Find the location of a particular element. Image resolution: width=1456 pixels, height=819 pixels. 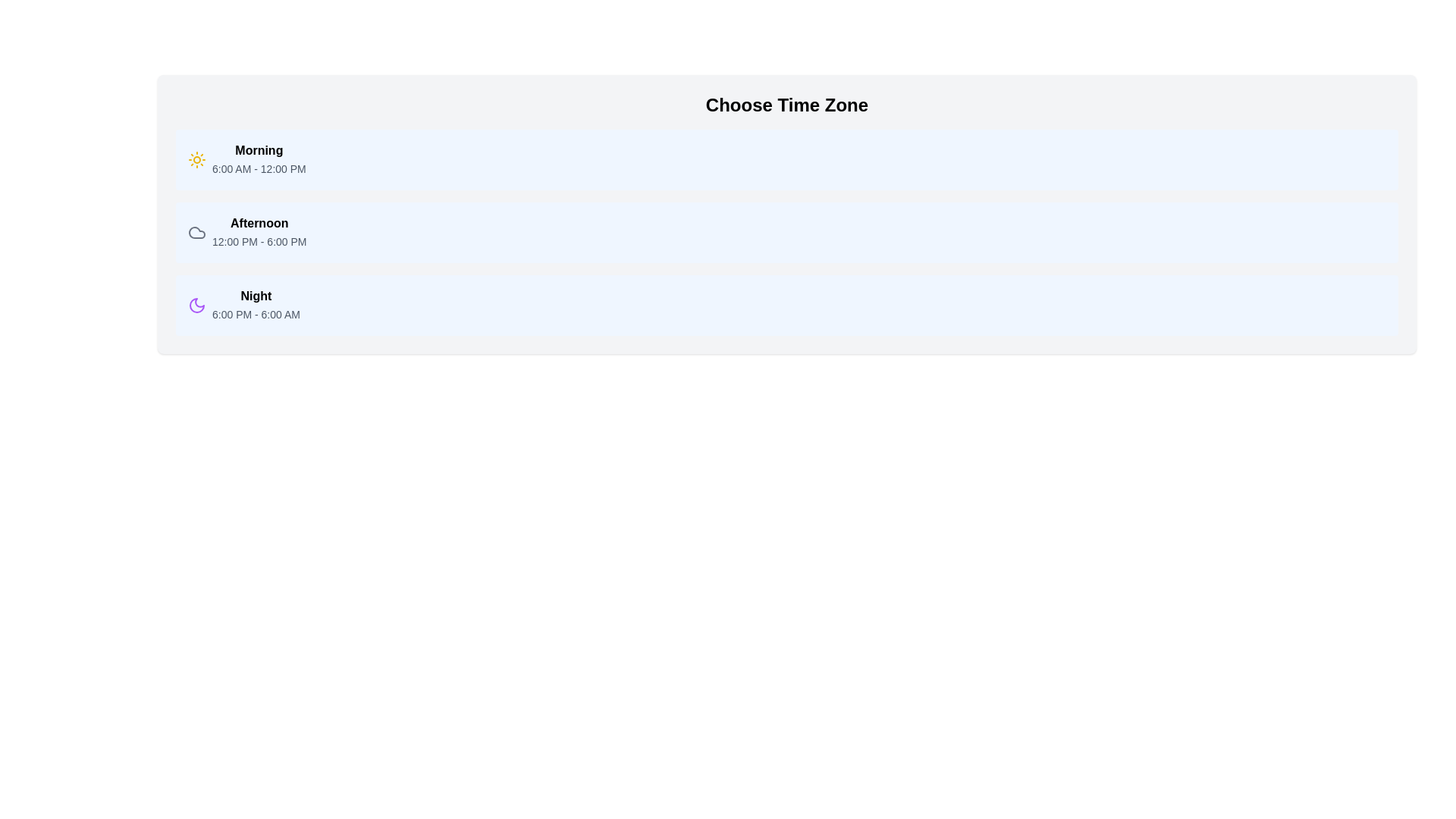

the 'Night' selectable time slot block that spans from 6:00 PM to 6:00 AM is located at coordinates (786, 305).